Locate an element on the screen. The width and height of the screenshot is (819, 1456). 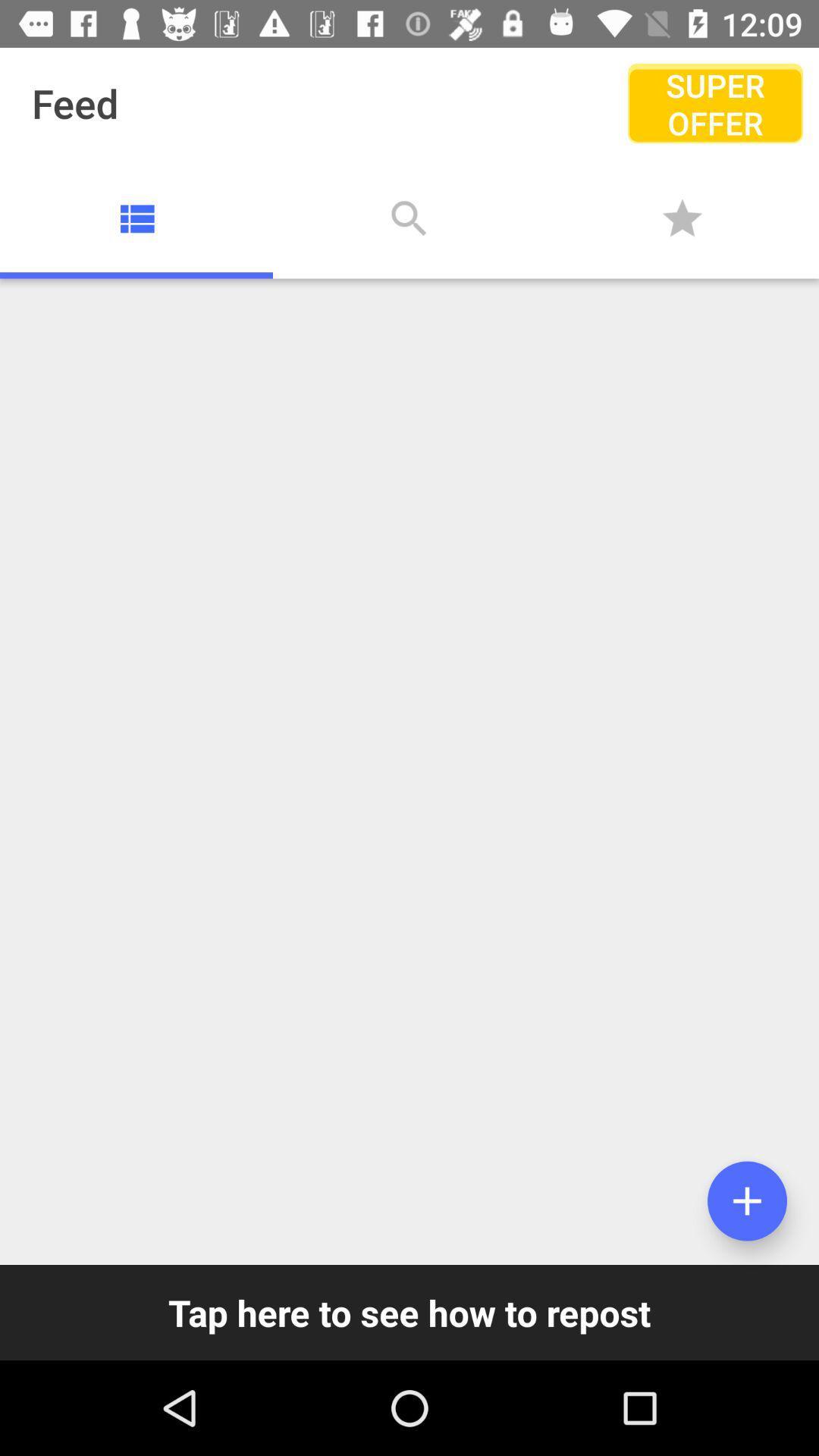
more is located at coordinates (746, 1200).